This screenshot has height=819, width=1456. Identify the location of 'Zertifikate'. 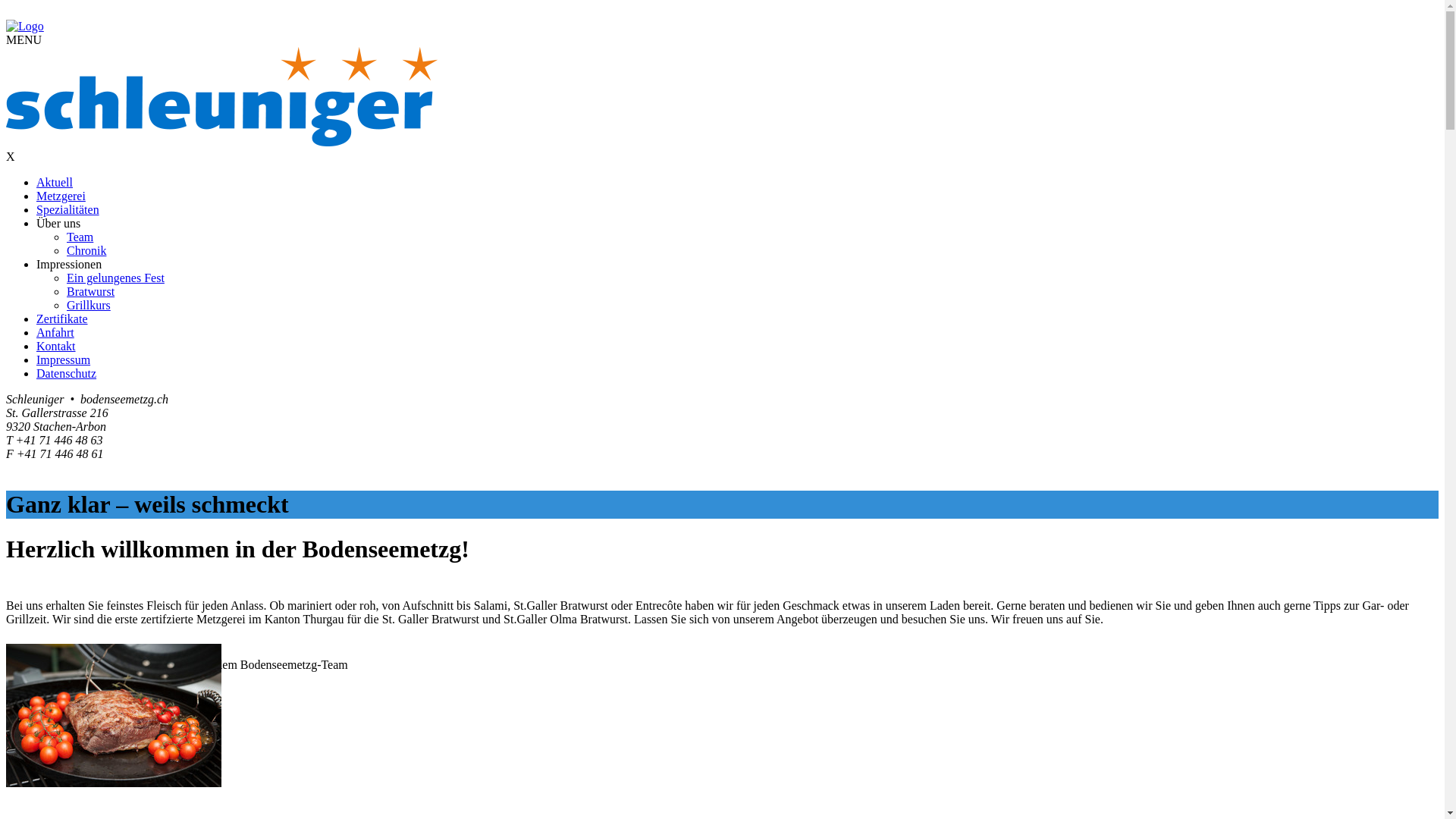
(36, 318).